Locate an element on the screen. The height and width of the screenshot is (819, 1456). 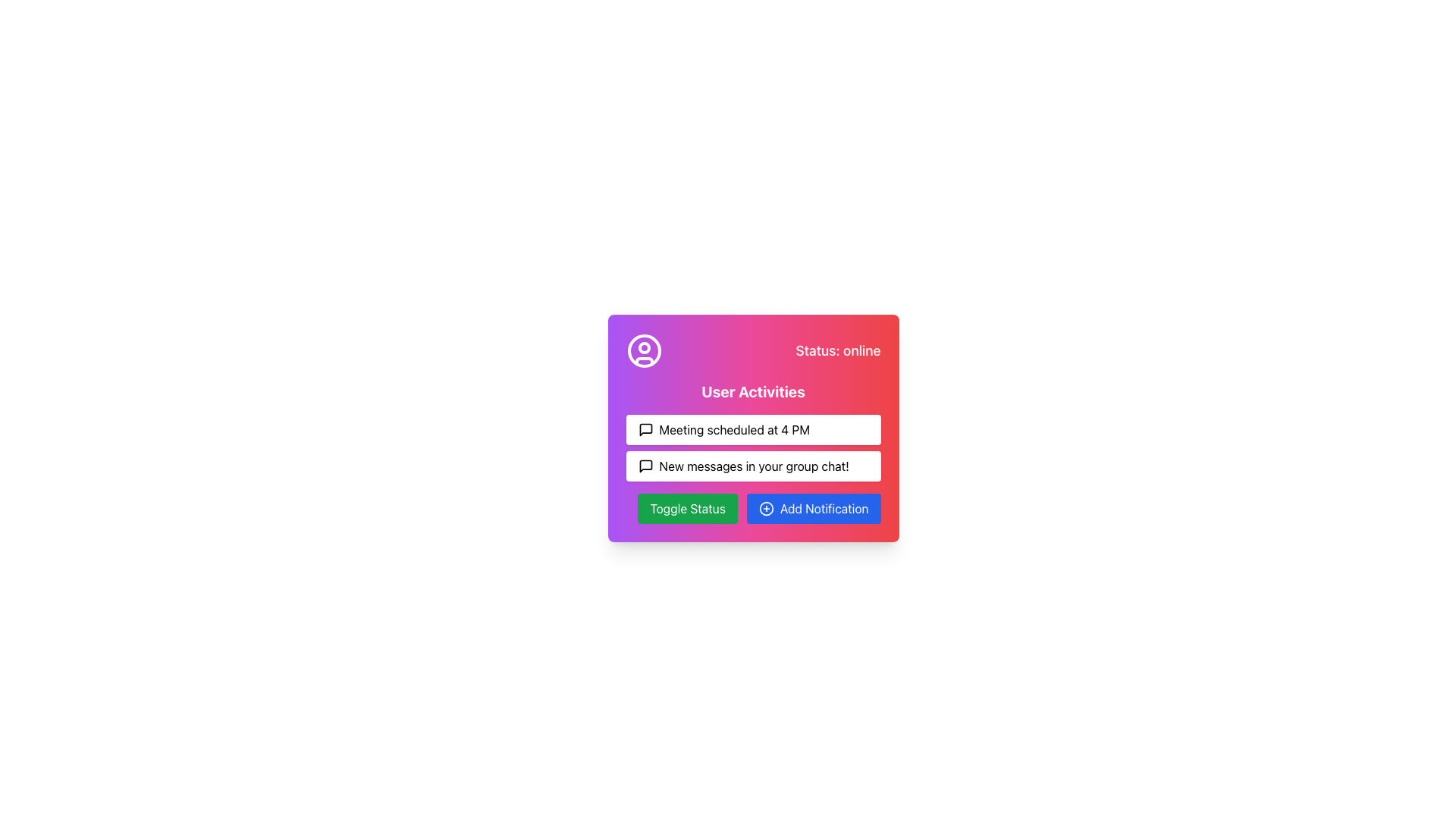
the 'Add Notification' button with a blue background and white text is located at coordinates (813, 509).